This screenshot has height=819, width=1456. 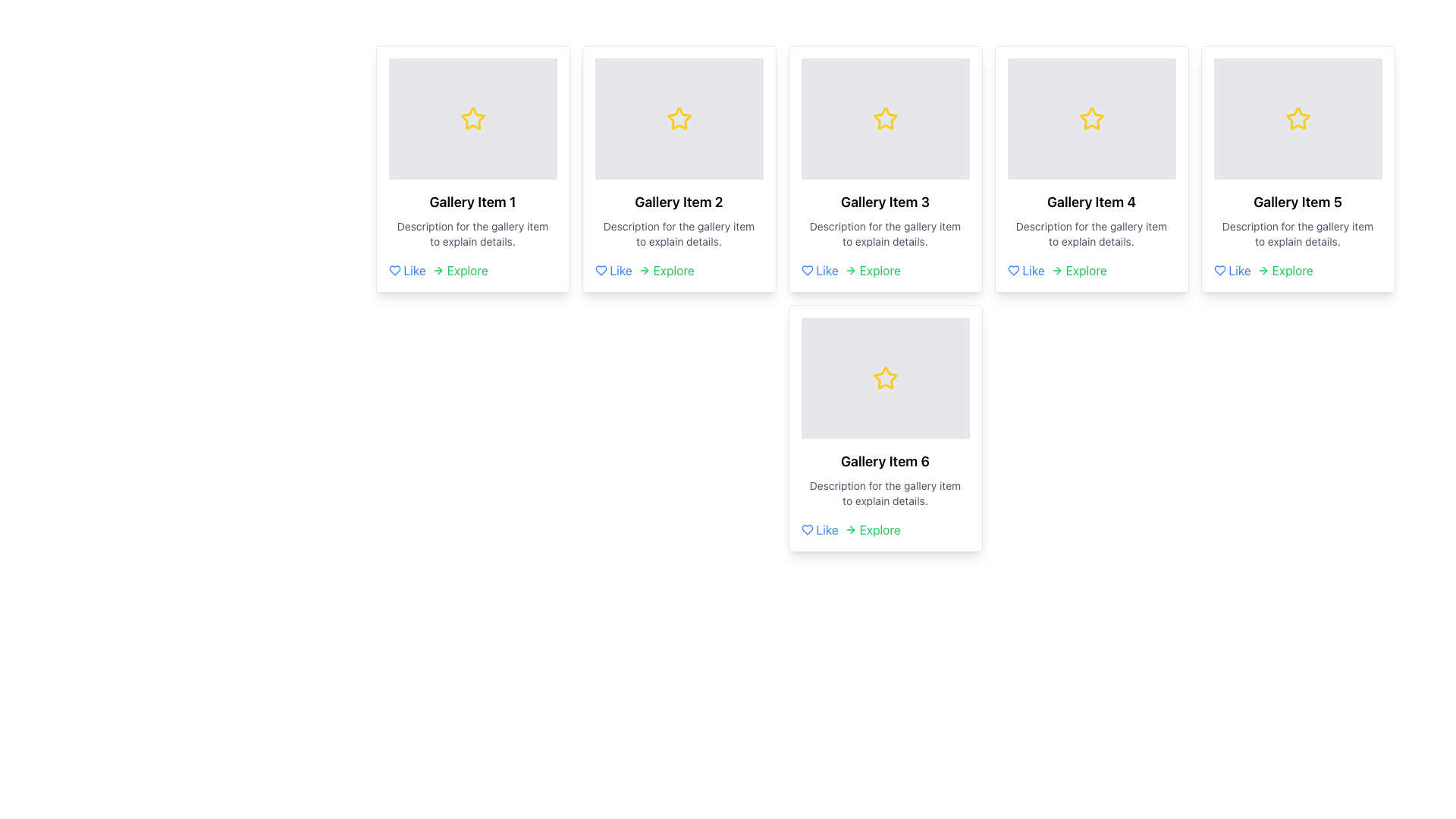 I want to click on the static text block that provides additional descriptive details about 'Gallery Item 5', located beneath the title and above the interactive options, so click(x=1297, y=234).